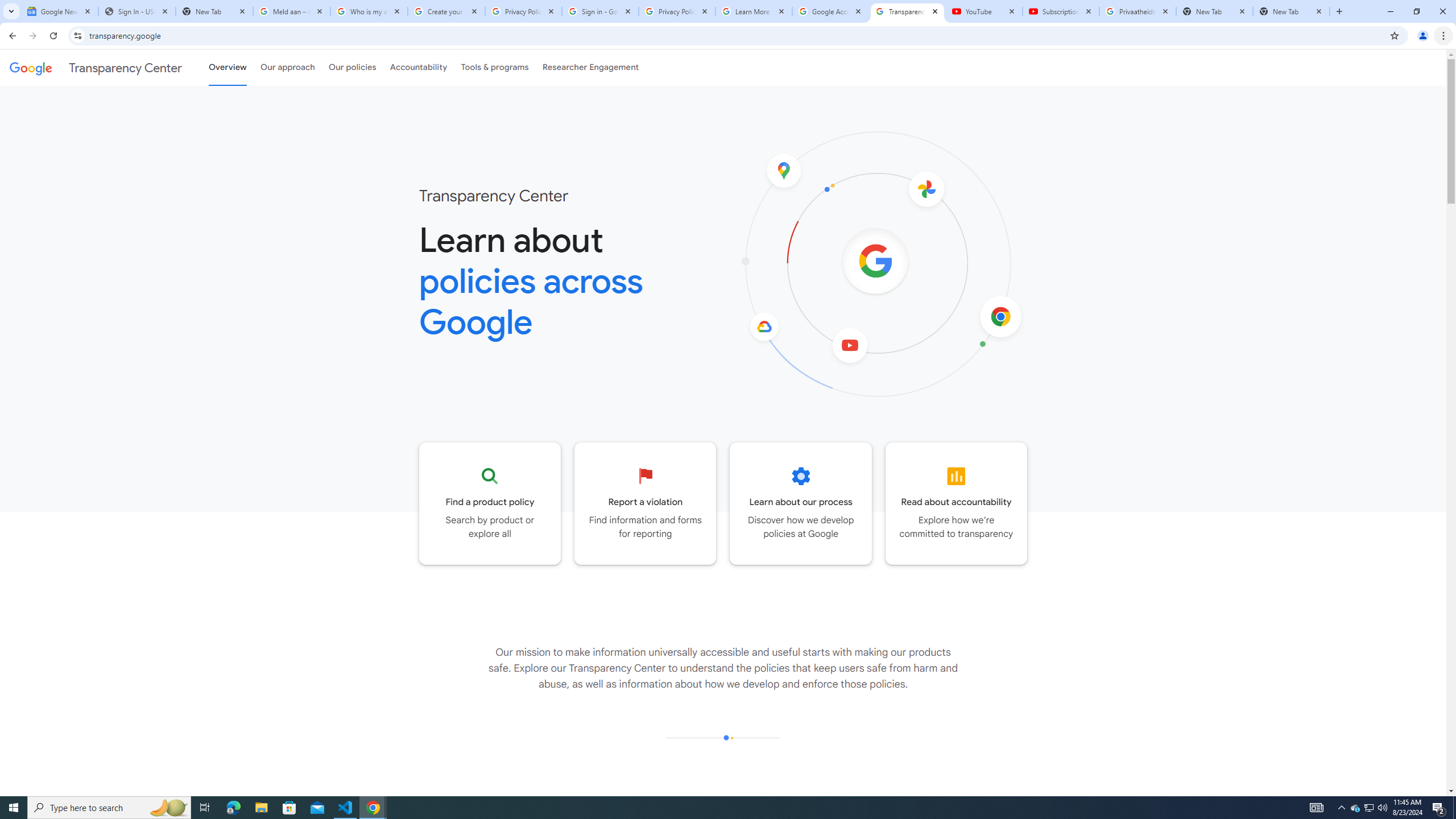 This screenshot has width=1456, height=819. Describe the element at coordinates (830, 11) in the screenshot. I see `'Google Account'` at that location.